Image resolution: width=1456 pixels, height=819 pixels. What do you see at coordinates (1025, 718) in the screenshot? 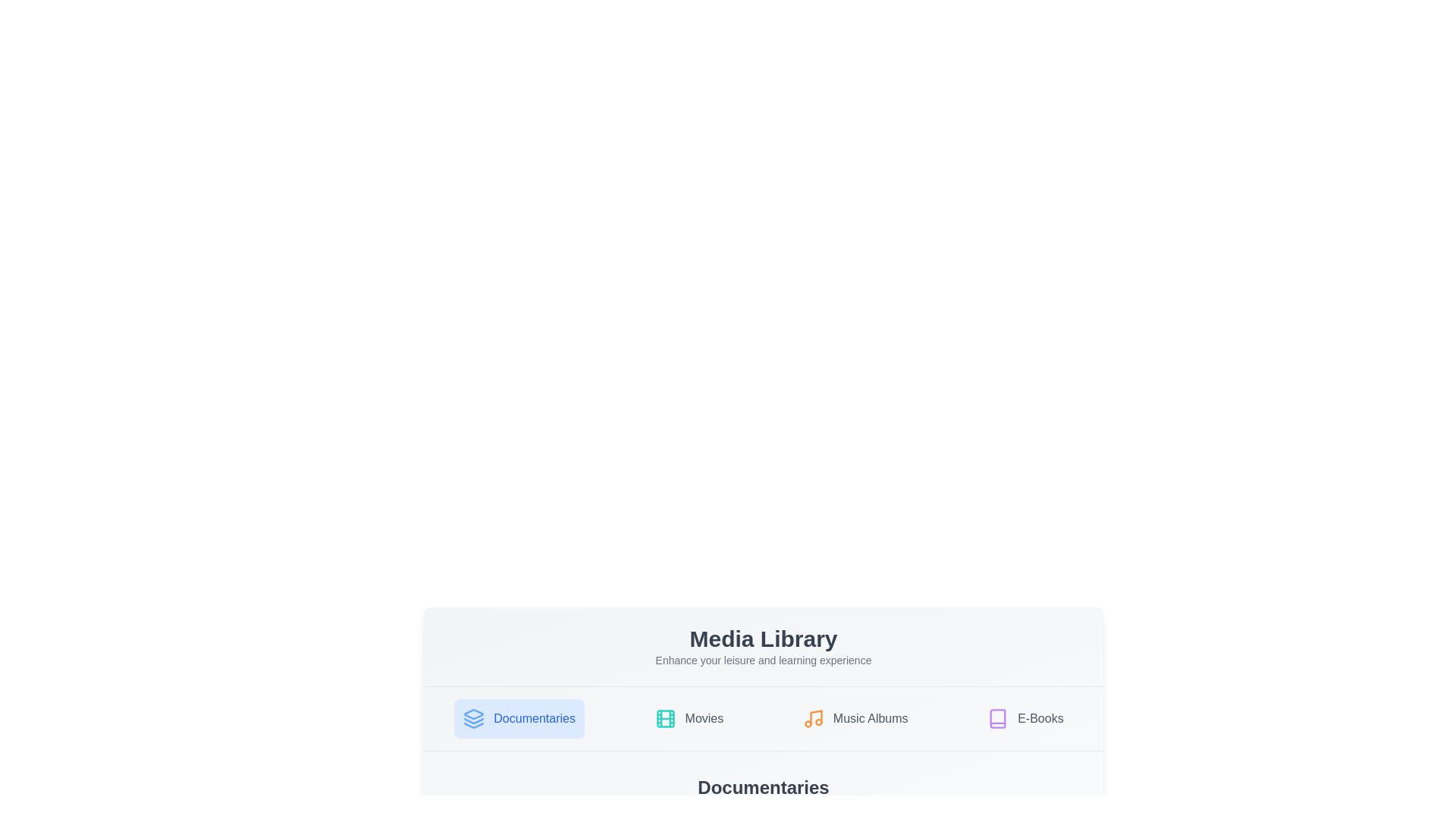
I see `the tab labeled E-Books` at bounding box center [1025, 718].